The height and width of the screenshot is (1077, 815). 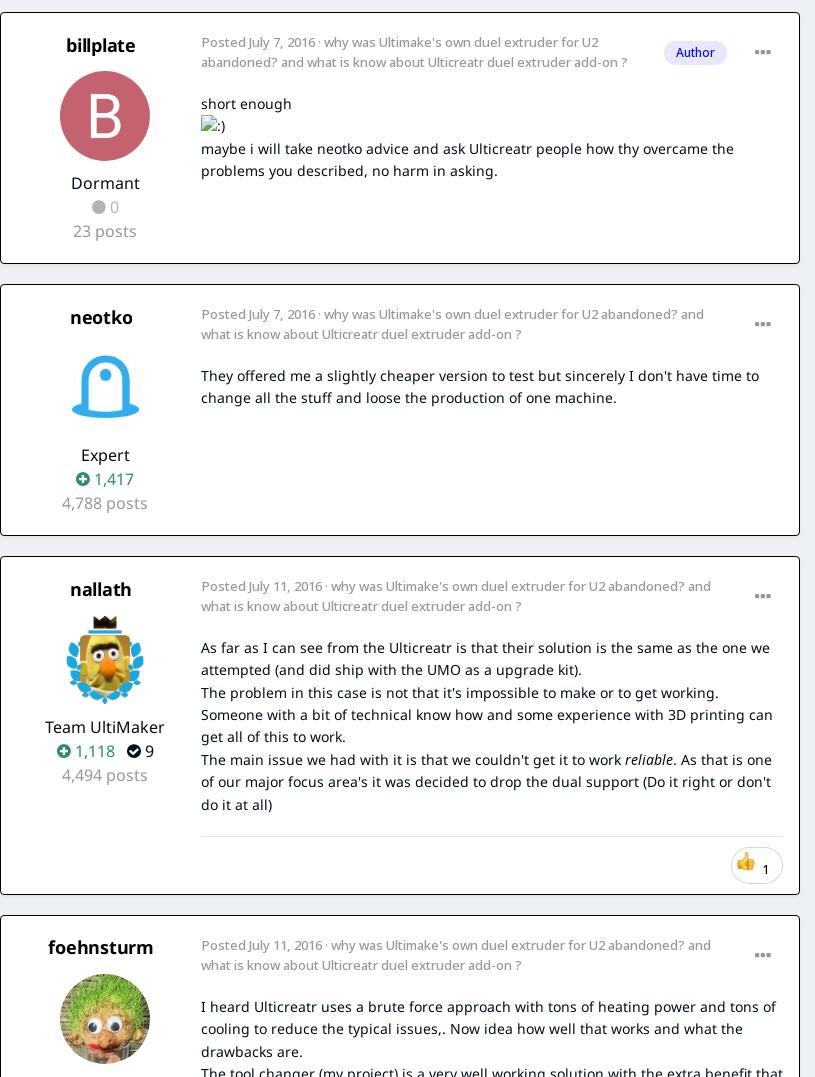 What do you see at coordinates (99, 315) in the screenshot?
I see `'neotko'` at bounding box center [99, 315].